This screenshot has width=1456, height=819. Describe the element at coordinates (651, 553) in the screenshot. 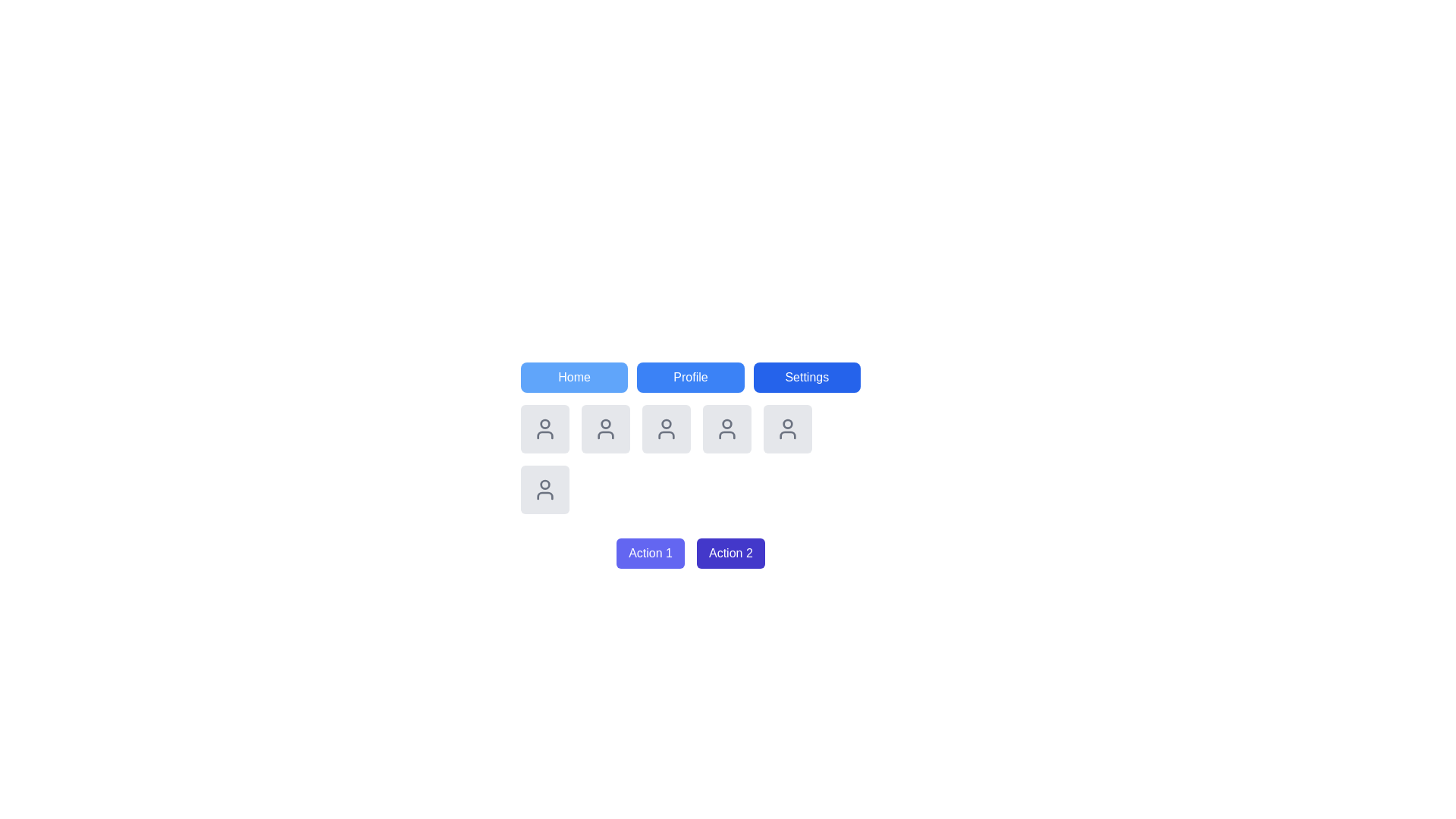

I see `the button labeled 'Action 1' with a blue background and white text to initiate its action` at that location.